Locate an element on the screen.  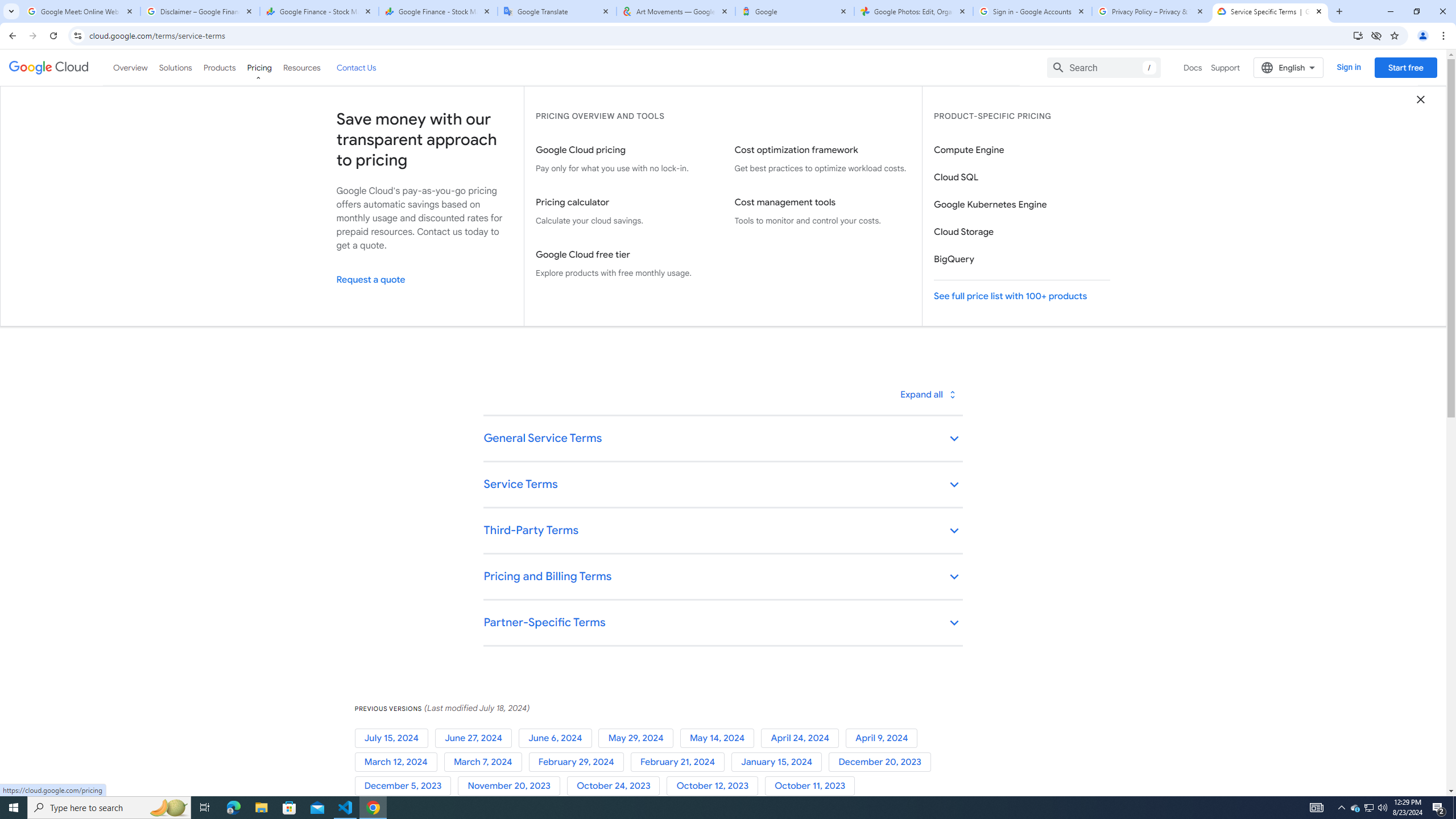
'See full price list with 100+ products' is located at coordinates (1020, 296).